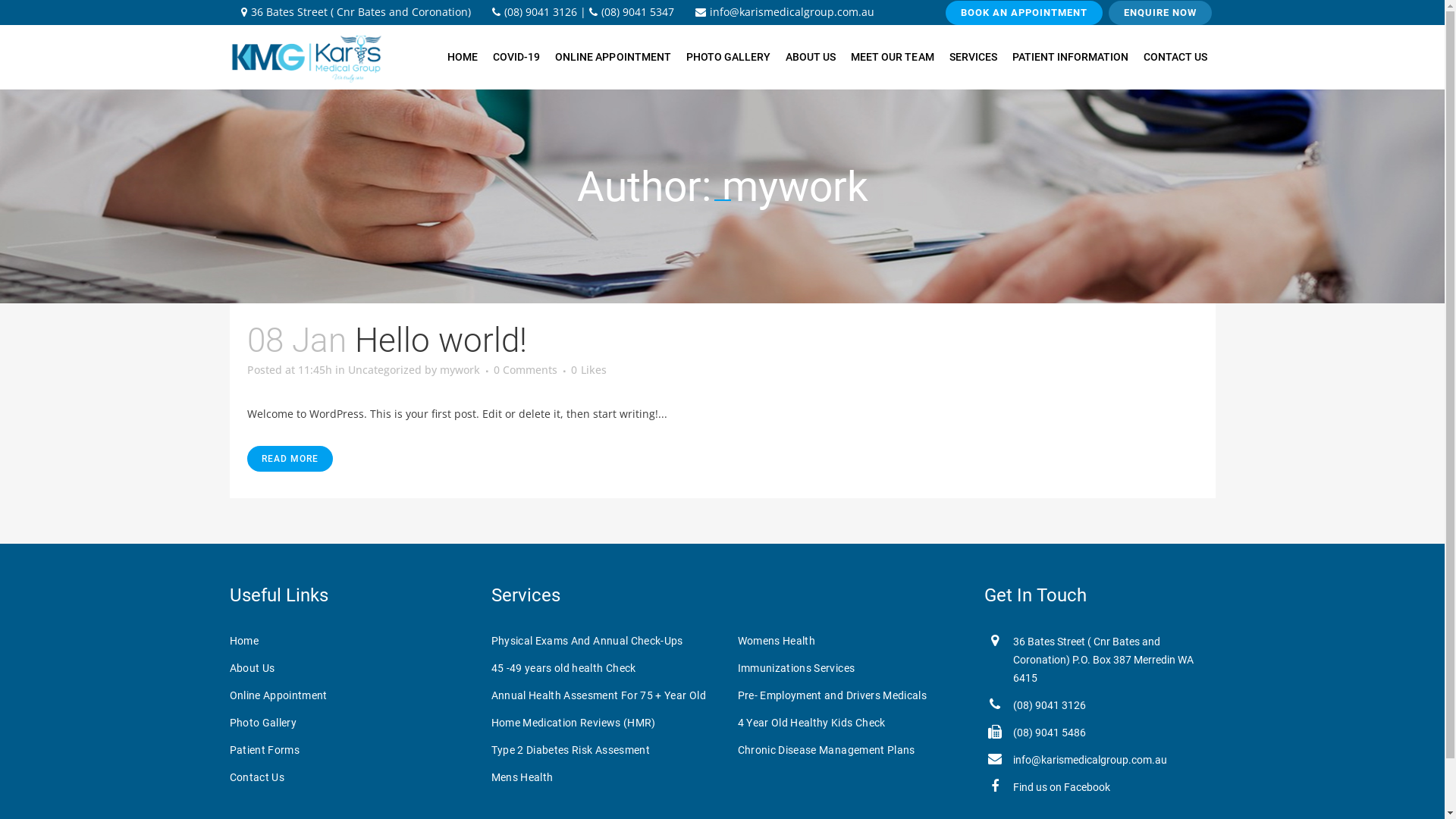 This screenshot has width=1456, height=819. What do you see at coordinates (602, 748) in the screenshot?
I see `'Type 2 Diabetes Risk Assesment'` at bounding box center [602, 748].